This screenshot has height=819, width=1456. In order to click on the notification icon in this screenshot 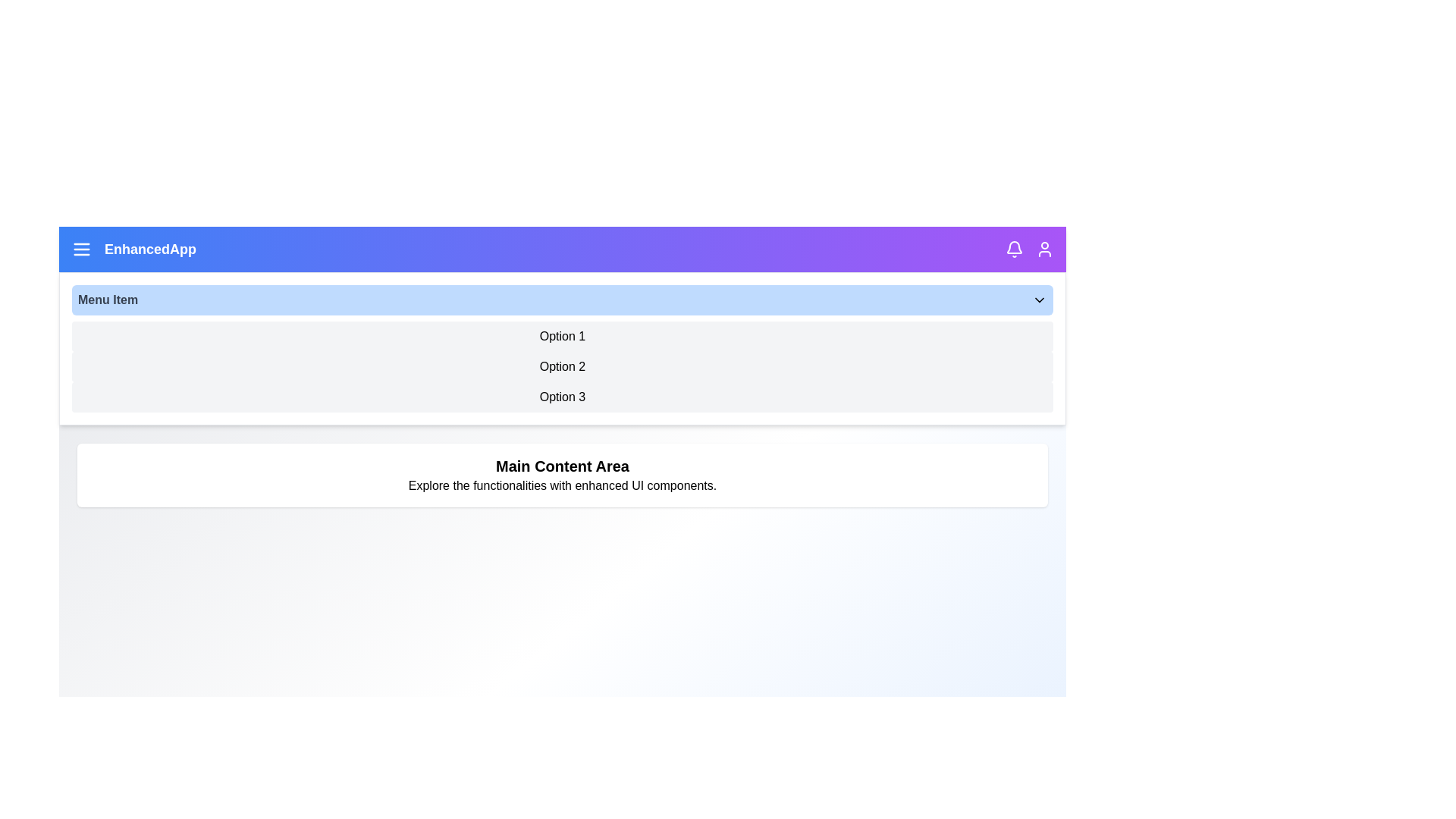, I will do `click(1015, 248)`.